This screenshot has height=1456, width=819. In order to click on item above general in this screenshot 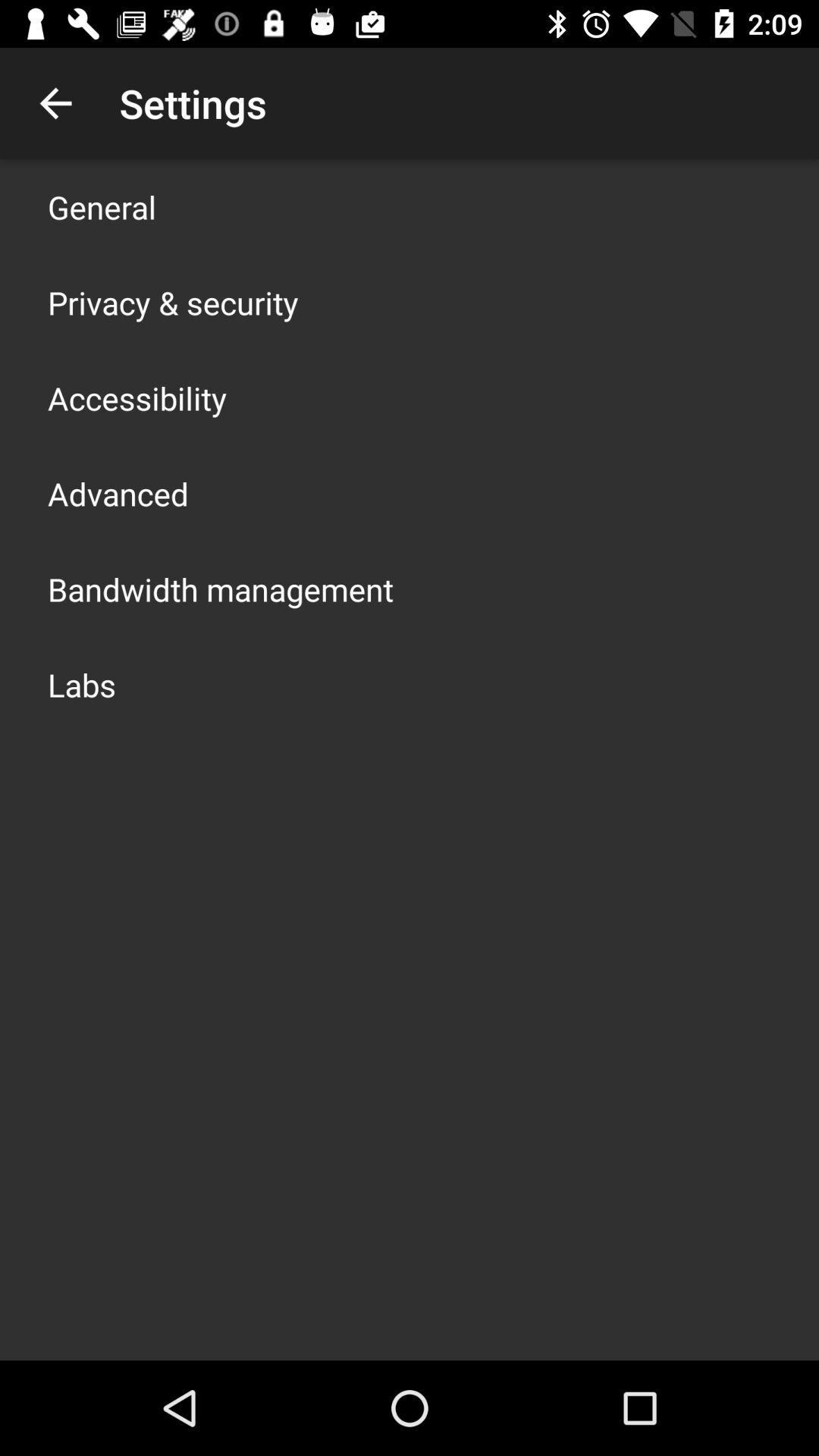, I will do `click(55, 102)`.